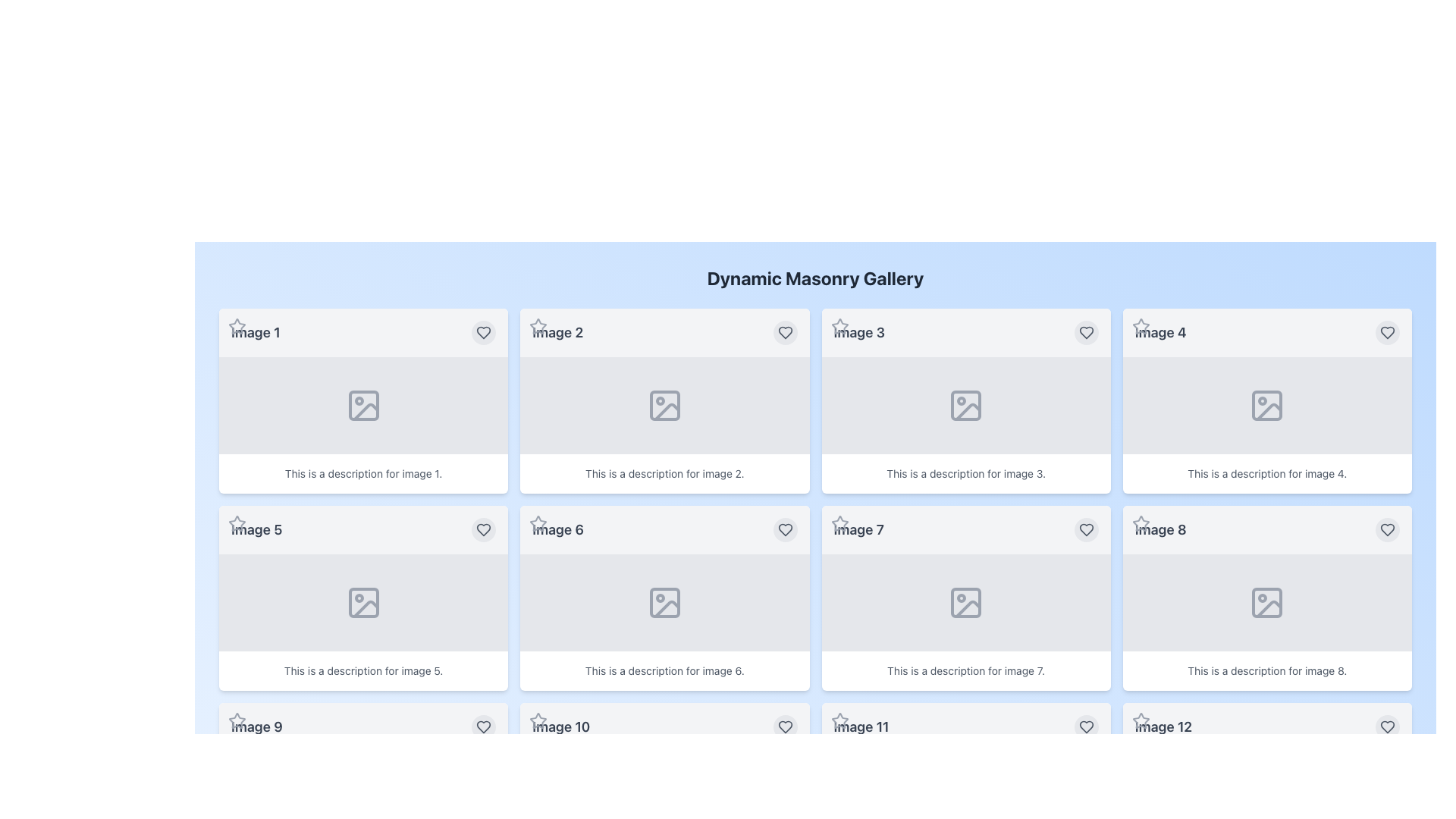 This screenshot has height=819, width=1456. What do you see at coordinates (483, 726) in the screenshot?
I see `the heart-shaped icon button located in the upper-right corner of the card for 'Image 9'` at bounding box center [483, 726].